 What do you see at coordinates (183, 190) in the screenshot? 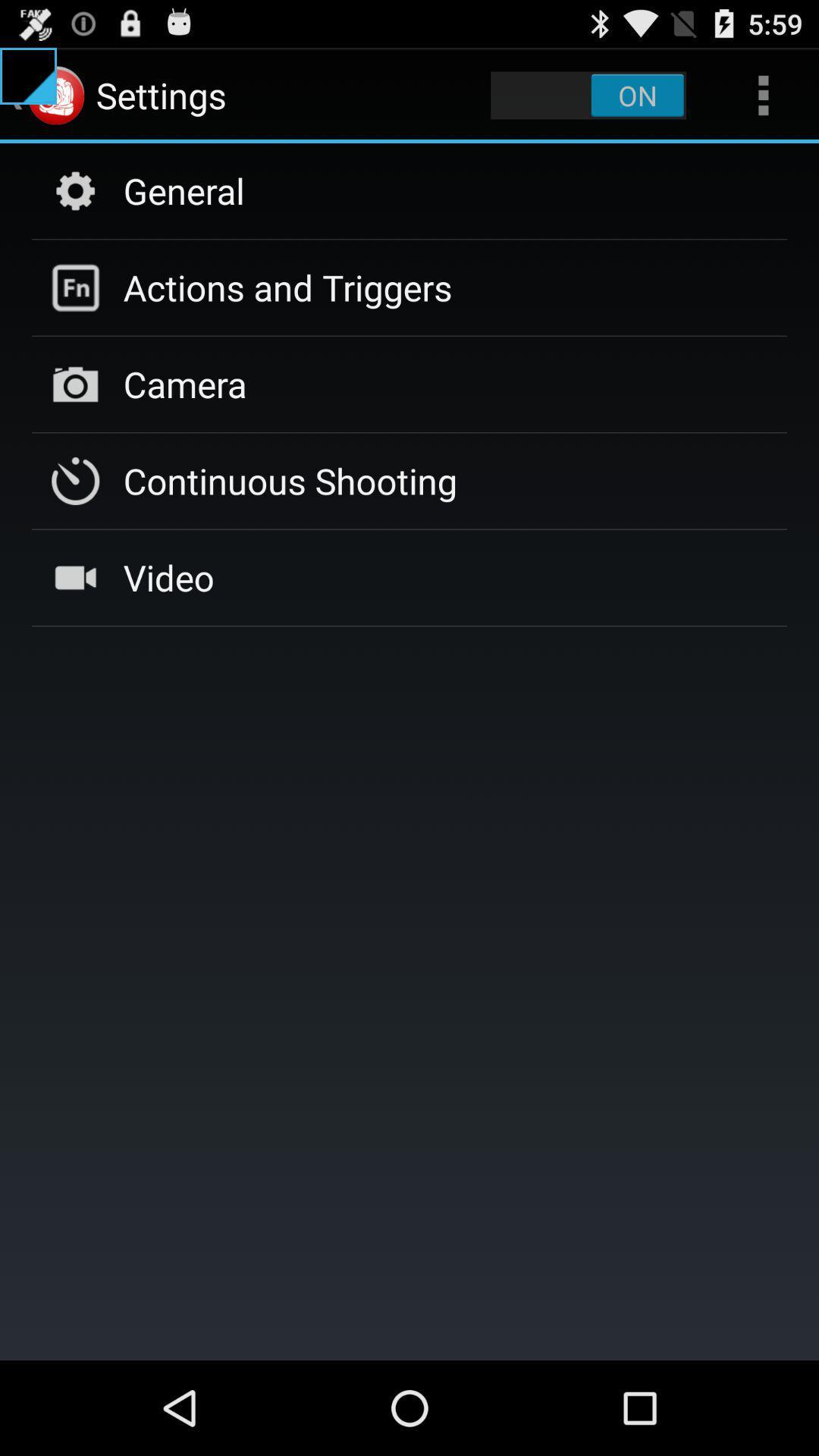
I see `item below the settings item` at bounding box center [183, 190].